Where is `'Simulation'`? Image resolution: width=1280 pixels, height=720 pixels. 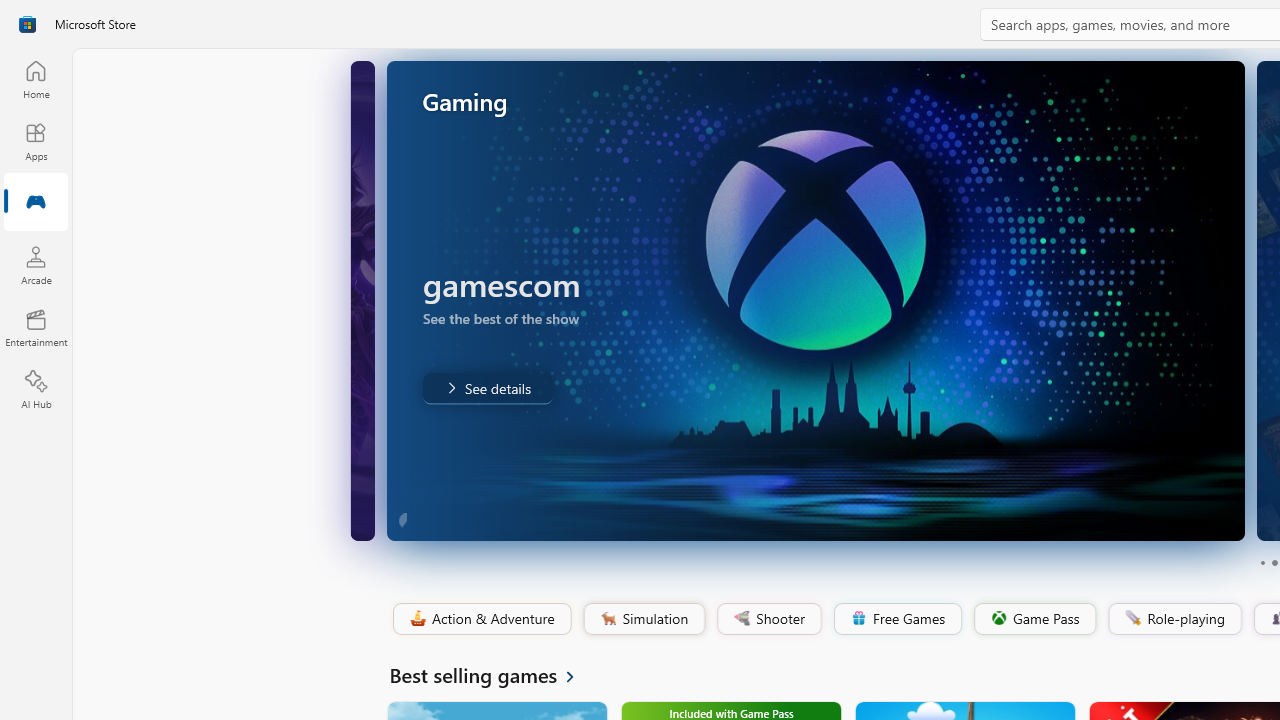 'Simulation' is located at coordinates (643, 618).